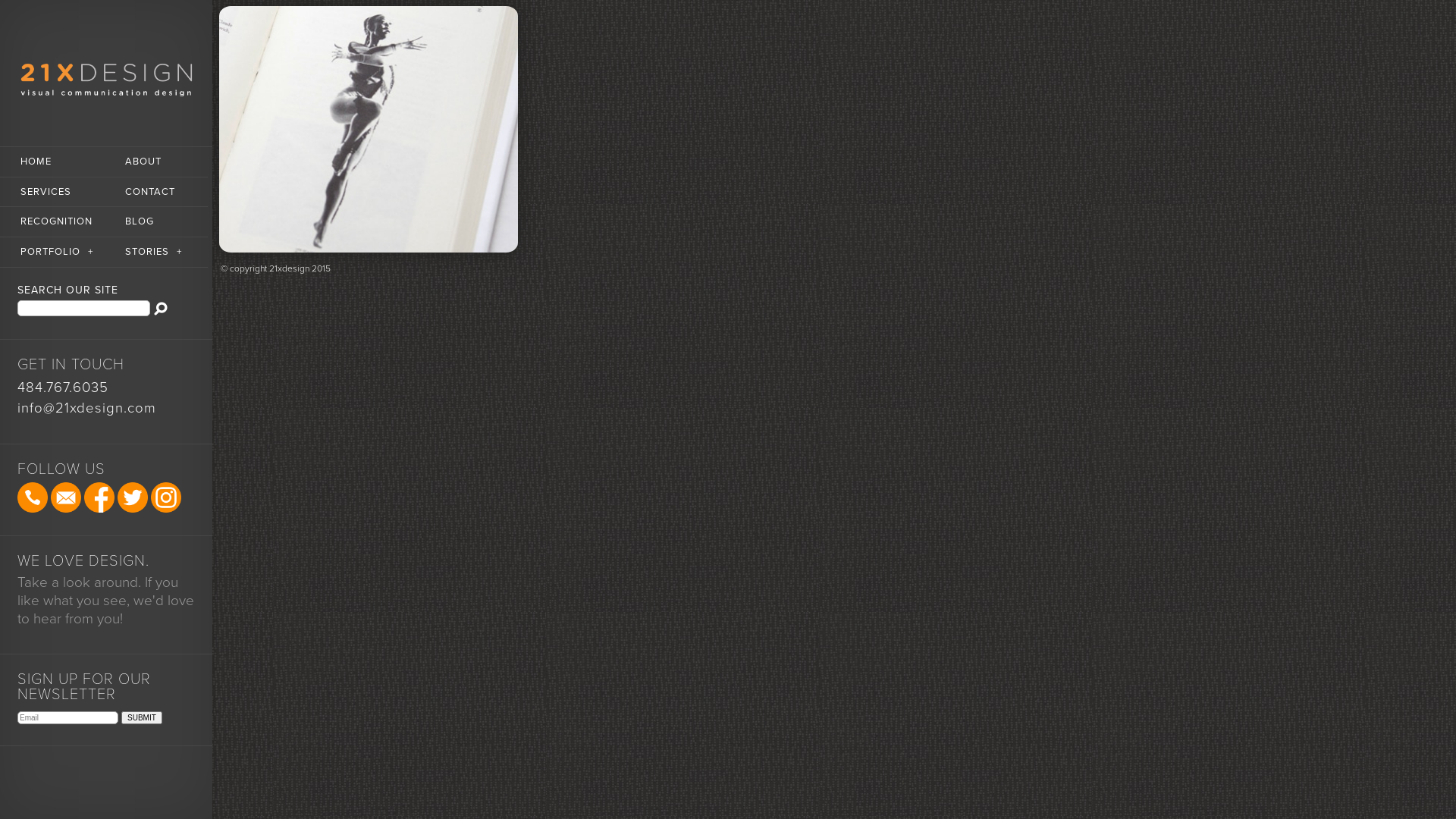 Image resolution: width=1456 pixels, height=819 pixels. What do you see at coordinates (142, 717) in the screenshot?
I see `'SUBMIT'` at bounding box center [142, 717].